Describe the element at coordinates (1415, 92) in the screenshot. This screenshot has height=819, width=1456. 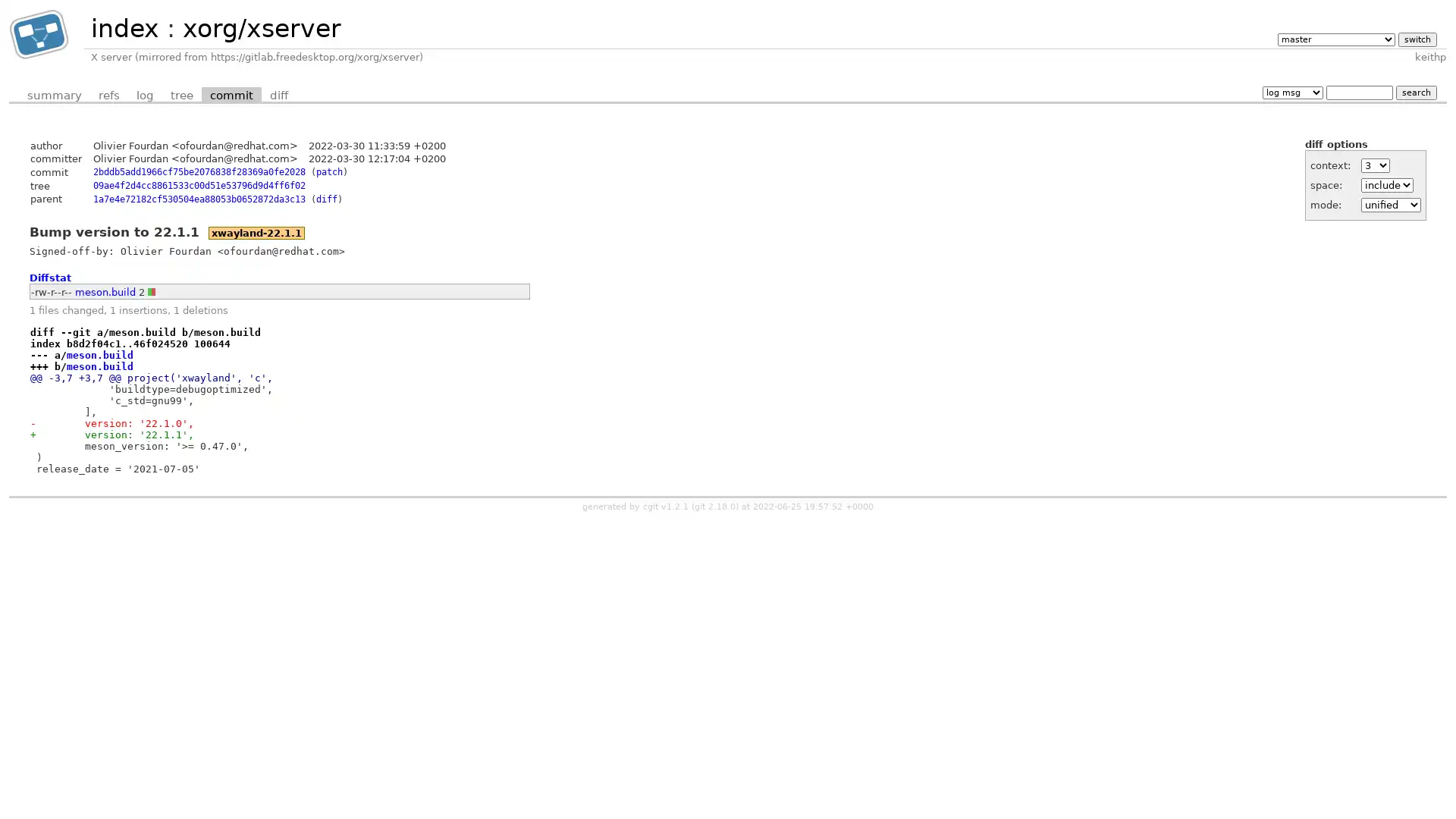
I see `search` at that location.